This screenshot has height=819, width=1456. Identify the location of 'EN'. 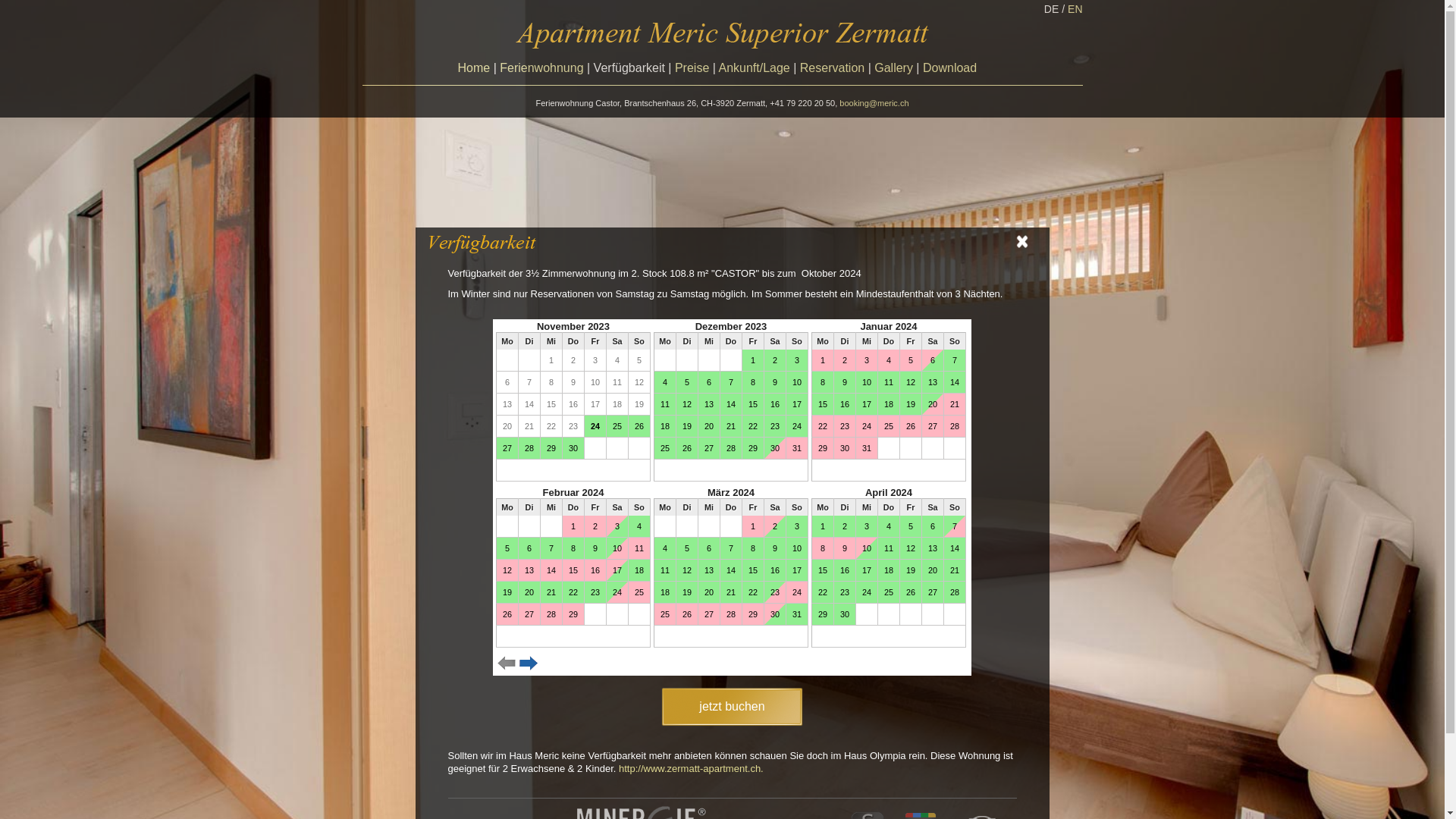
(1074, 8).